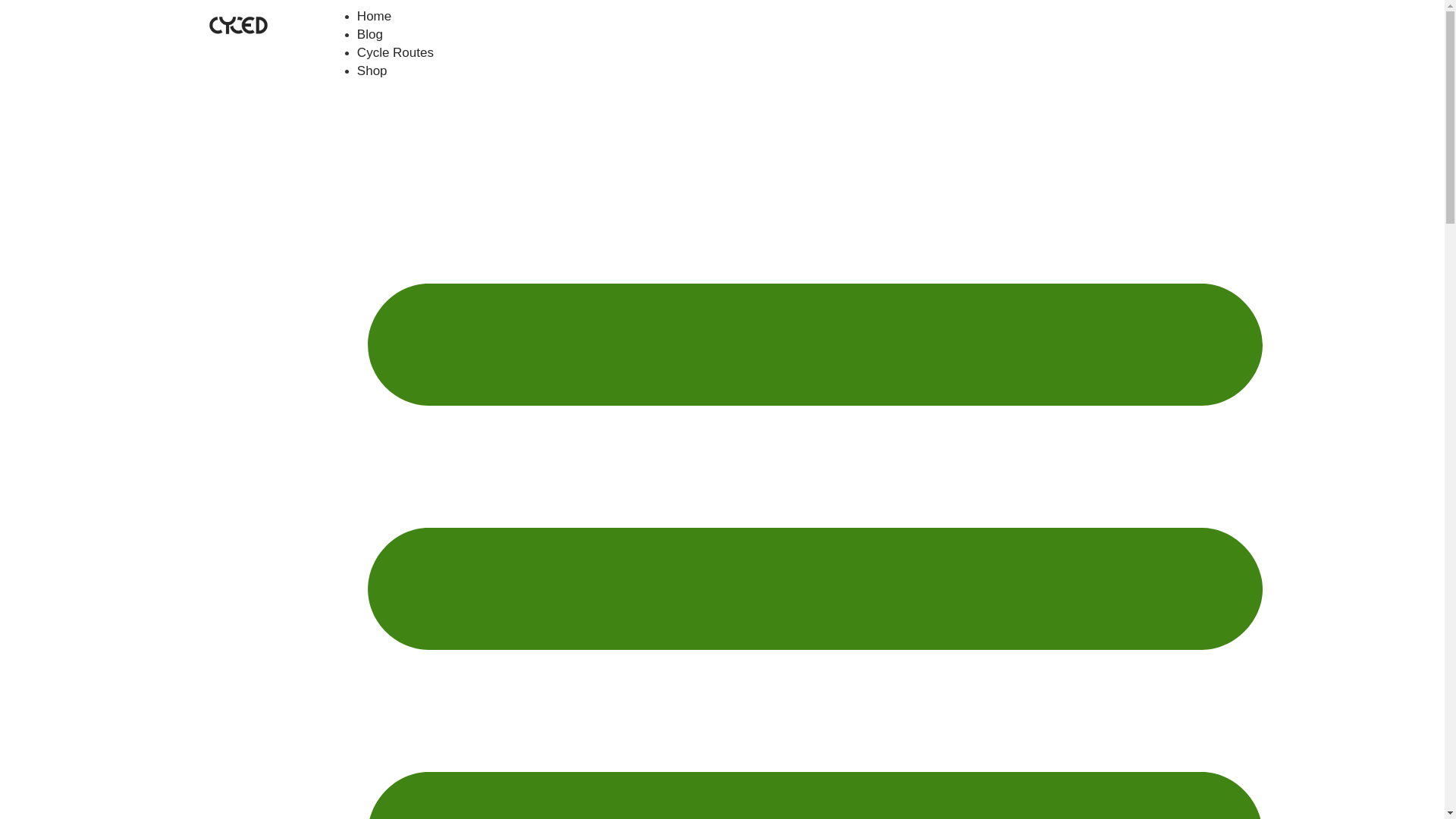  Describe the element at coordinates (370, 34) in the screenshot. I see `'Blog'` at that location.